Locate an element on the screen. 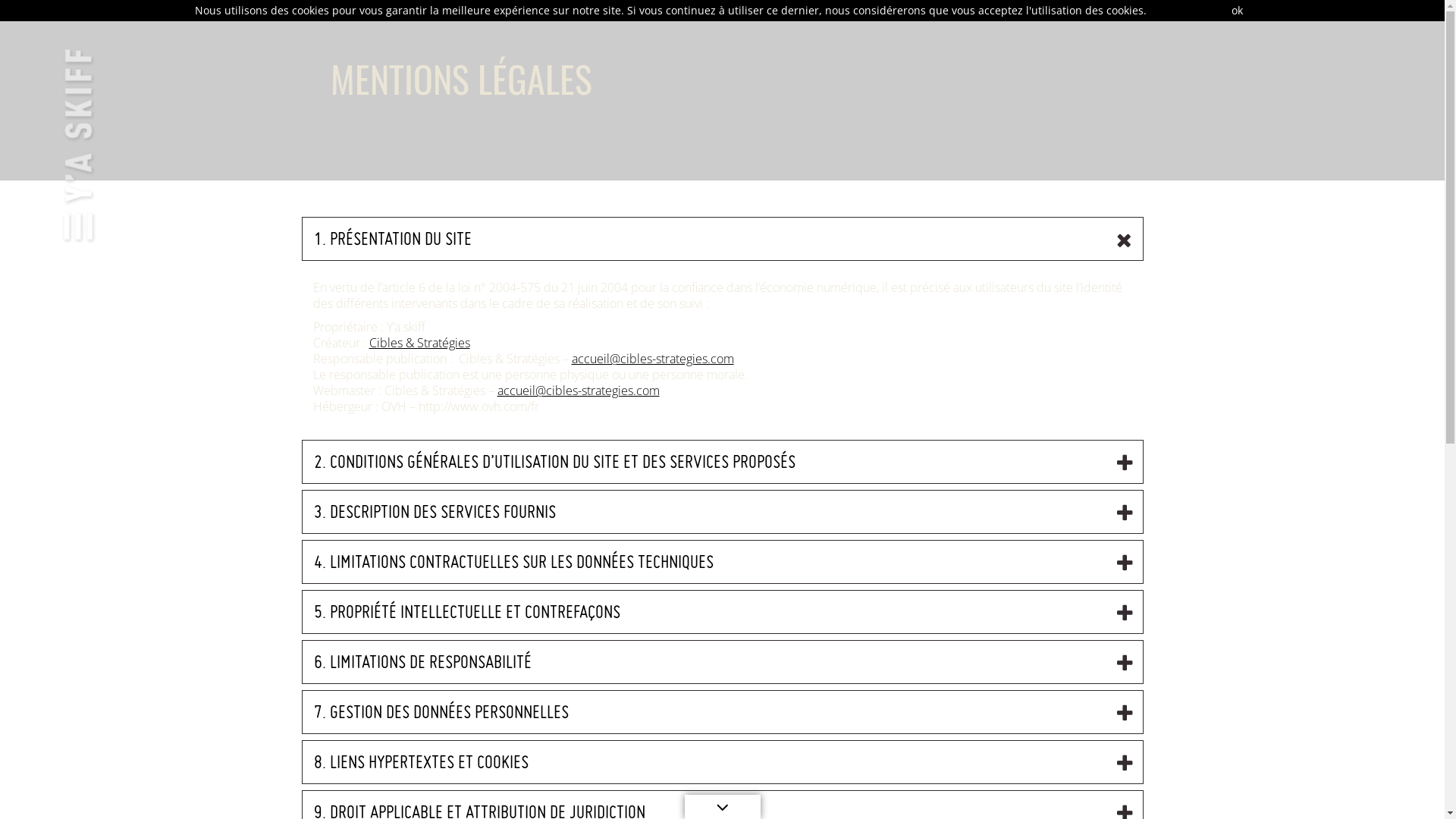 This screenshot has height=819, width=1456. 'accueil@cibles-strategies.com' is located at coordinates (578, 390).